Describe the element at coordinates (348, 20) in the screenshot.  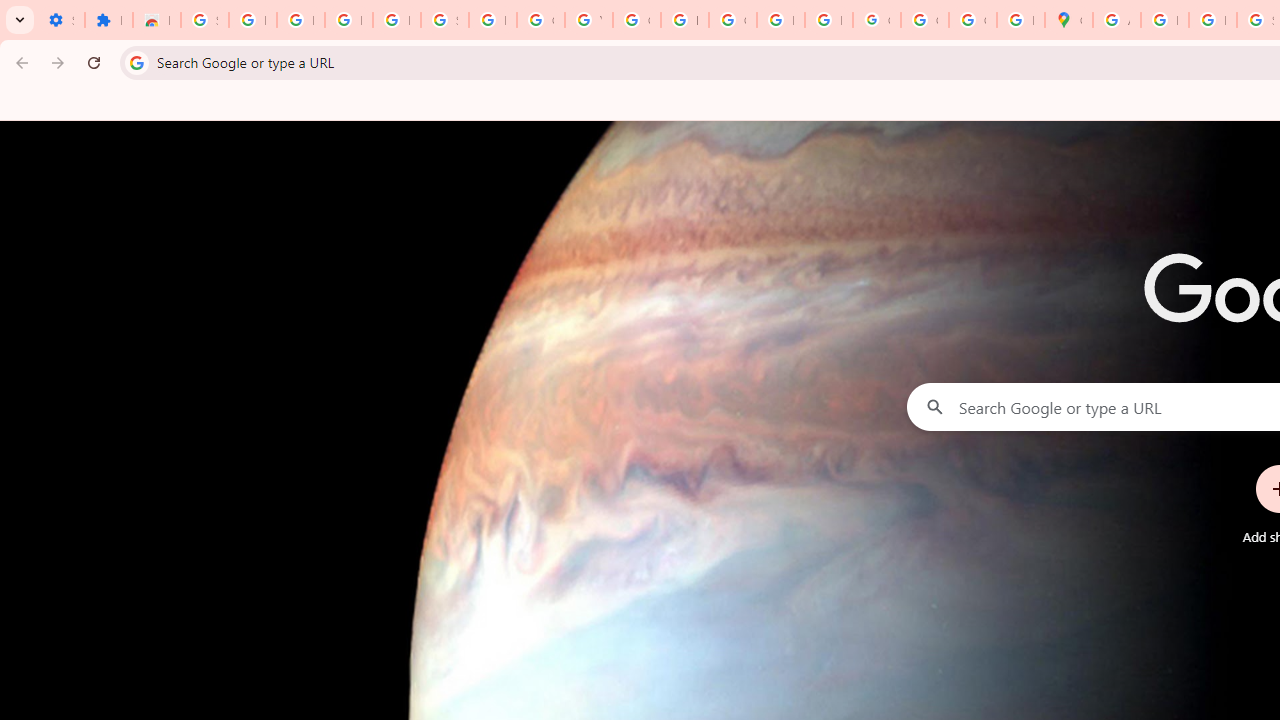
I see `'Learn how to find your photos - Google Photos Help'` at that location.